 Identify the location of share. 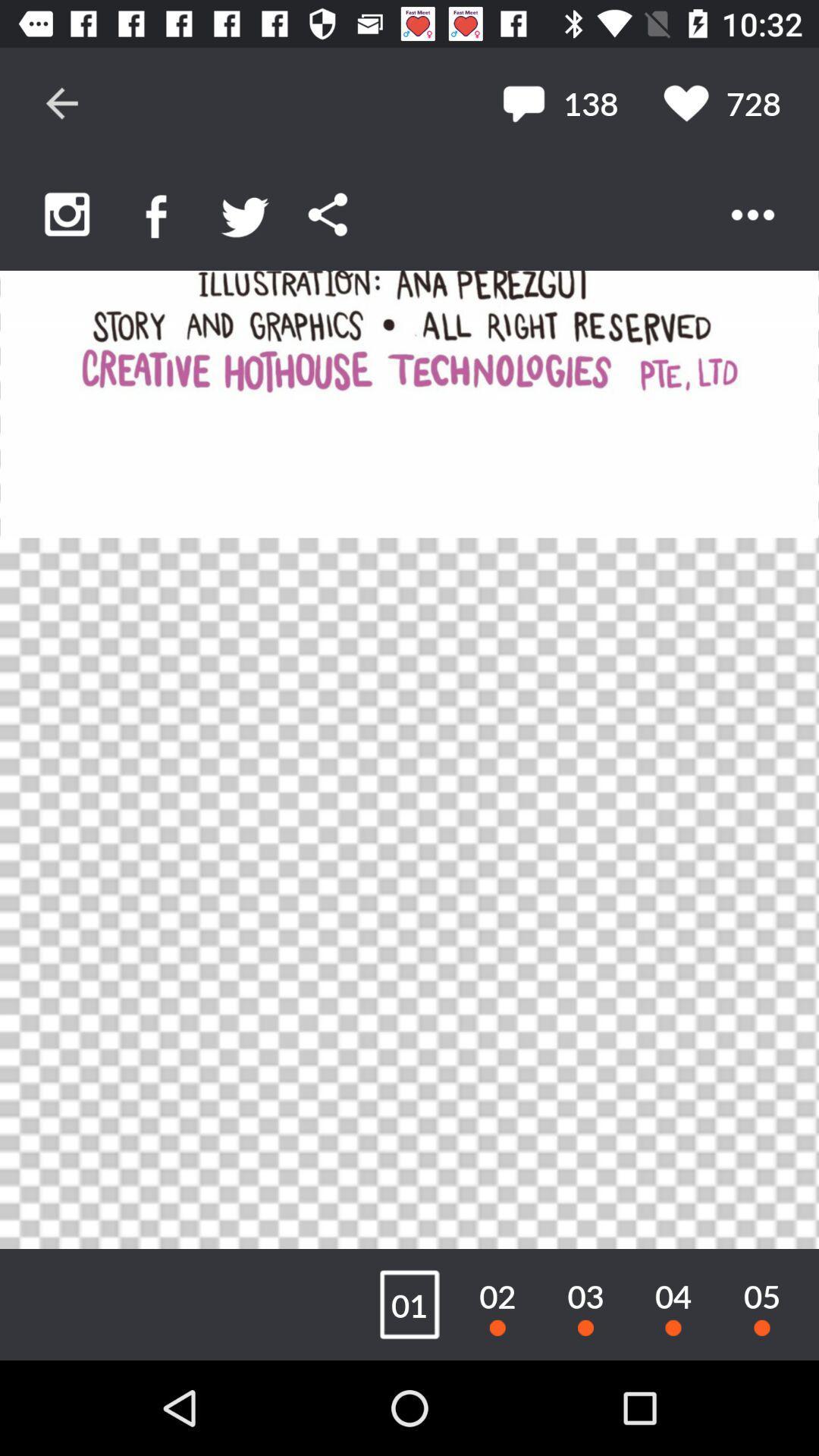
(327, 214).